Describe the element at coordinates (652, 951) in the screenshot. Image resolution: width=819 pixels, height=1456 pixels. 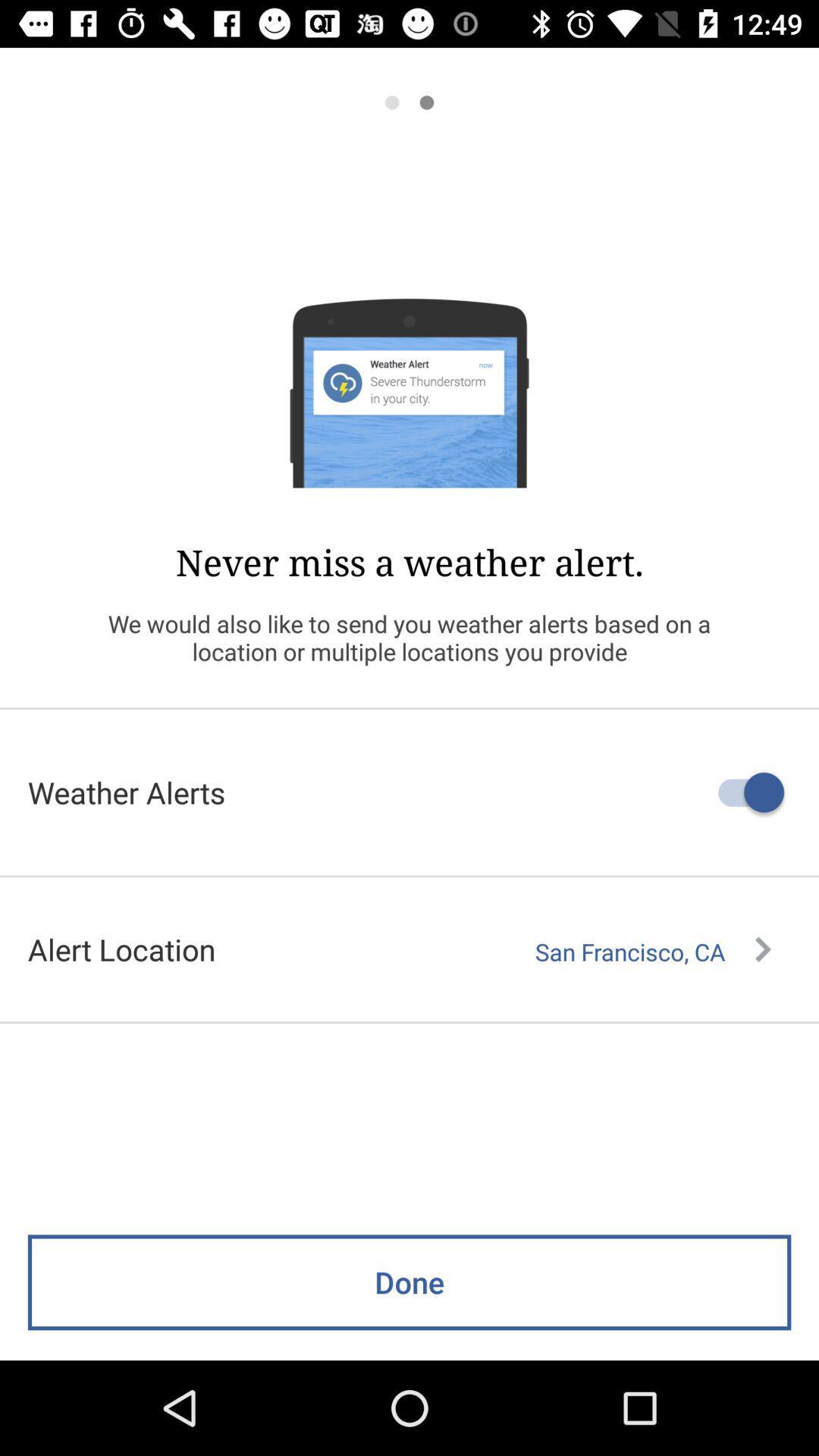
I see `item next to alert location item` at that location.